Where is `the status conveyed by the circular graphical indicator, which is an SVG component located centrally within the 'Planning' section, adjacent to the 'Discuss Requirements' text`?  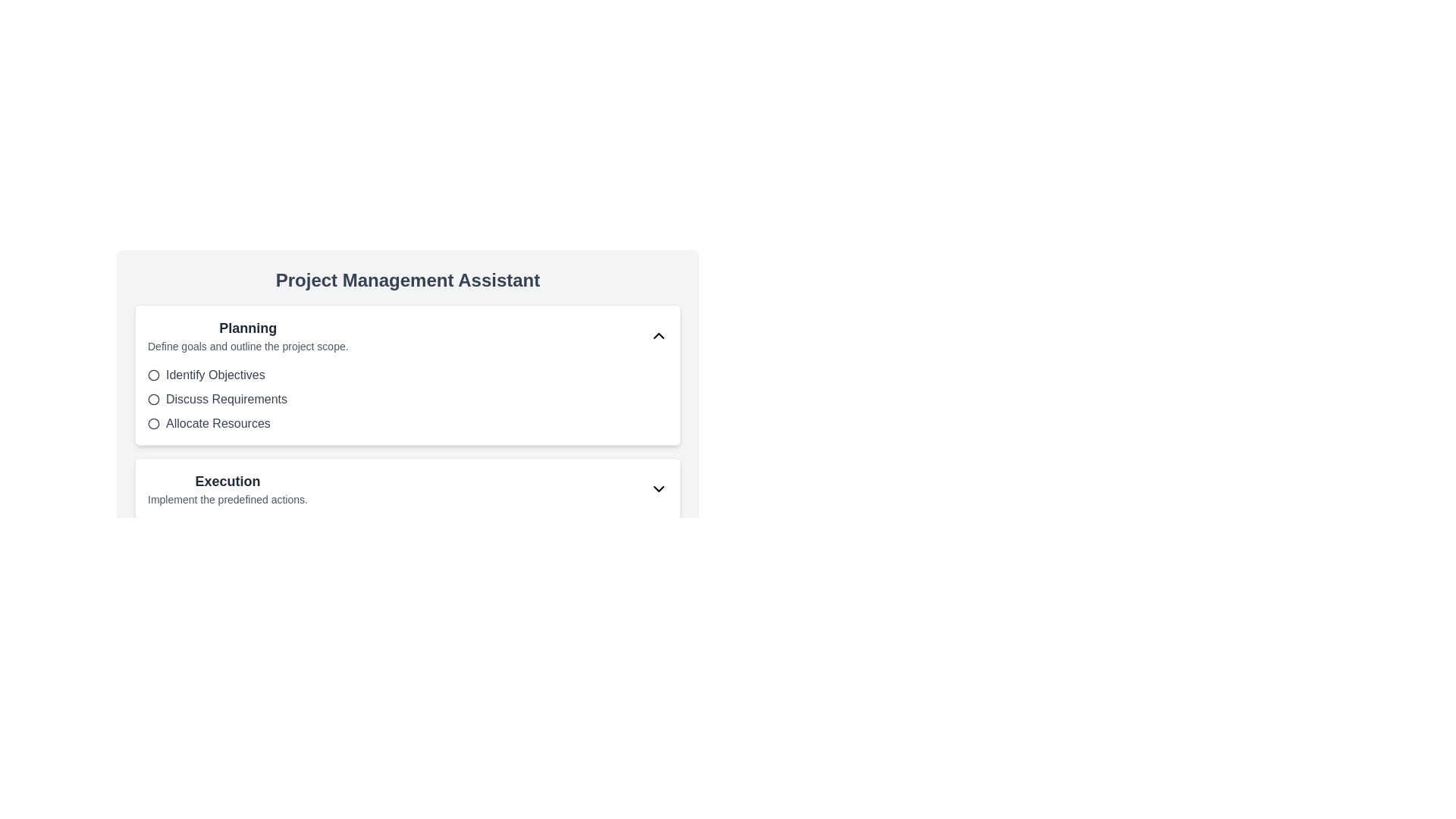 the status conveyed by the circular graphical indicator, which is an SVG component located centrally within the 'Planning' section, adjacent to the 'Discuss Requirements' text is located at coordinates (153, 399).